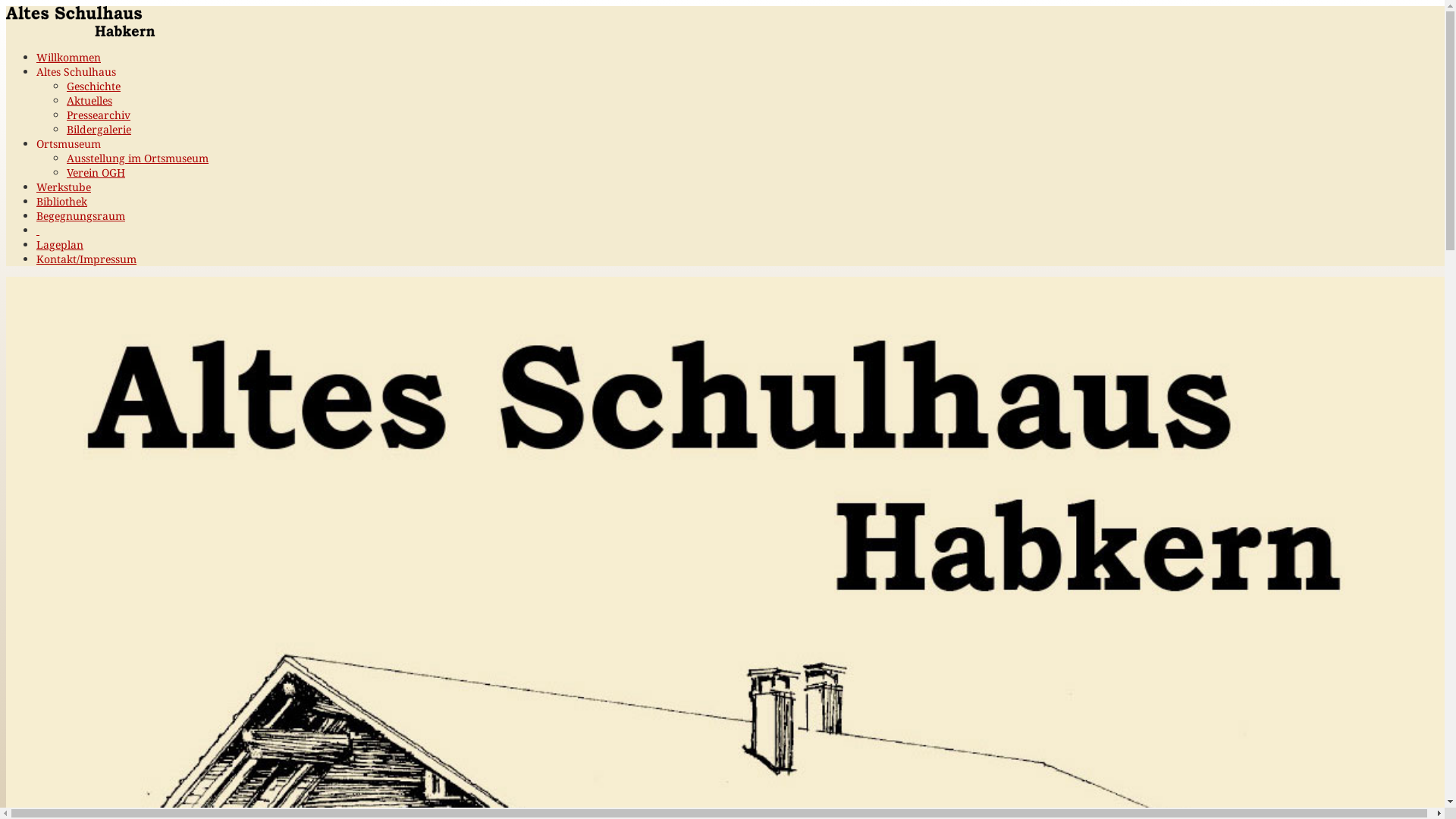 The height and width of the screenshot is (819, 1456). What do you see at coordinates (36, 215) in the screenshot?
I see `'Begegnungsraum'` at bounding box center [36, 215].